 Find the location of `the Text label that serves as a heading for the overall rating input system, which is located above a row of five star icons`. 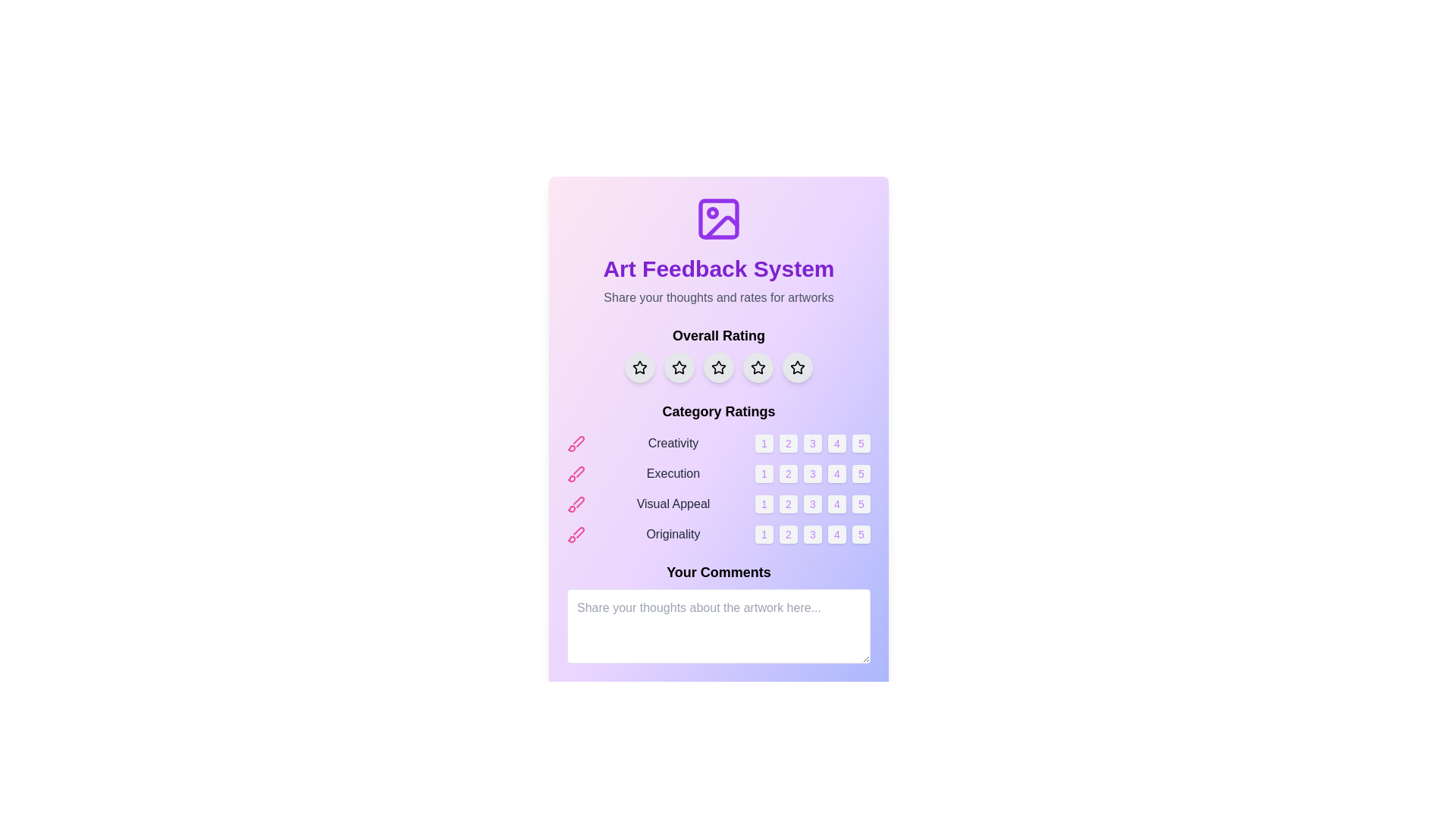

the Text label that serves as a heading for the overall rating input system, which is located above a row of five star icons is located at coordinates (718, 335).